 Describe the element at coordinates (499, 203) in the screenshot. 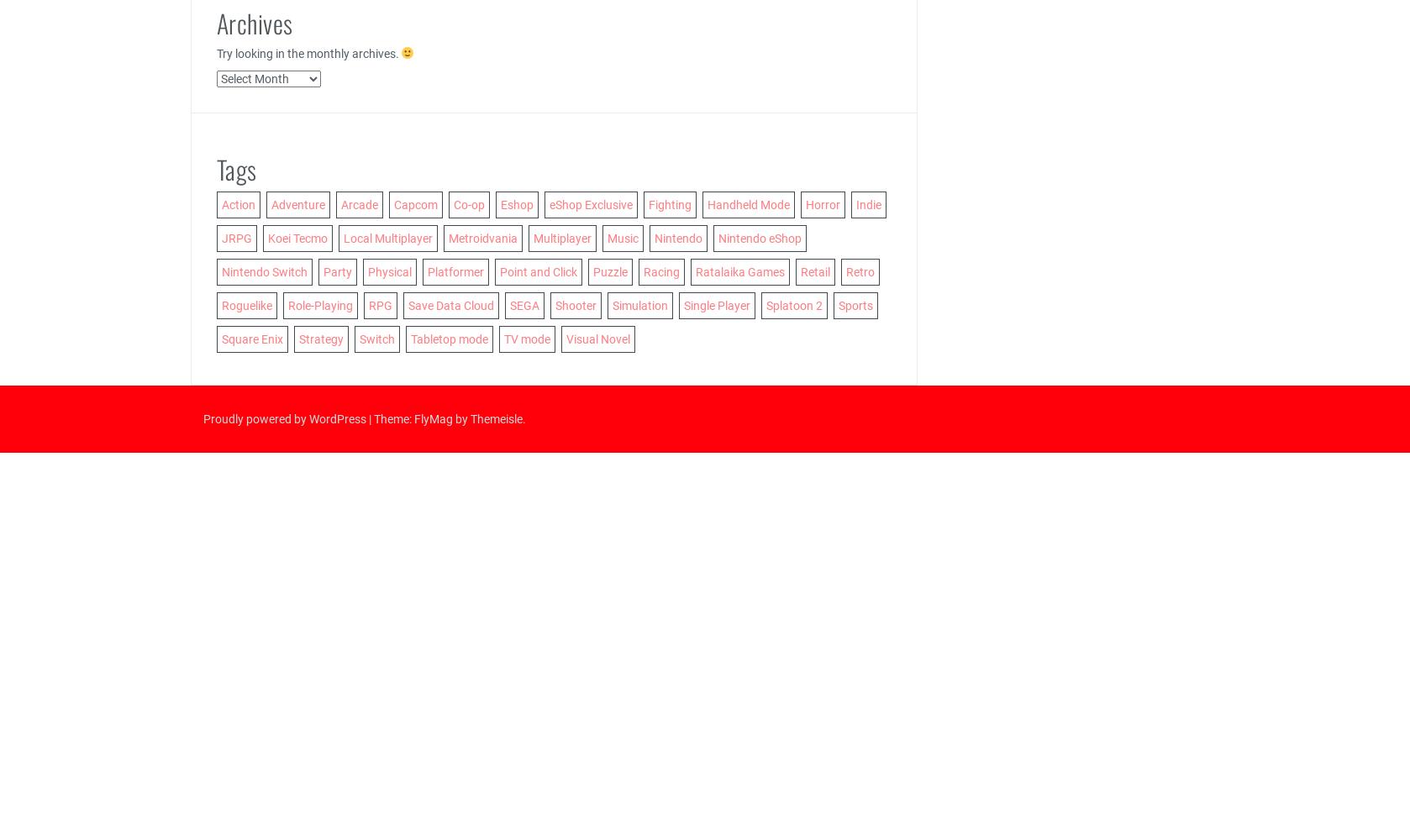

I see `'Eshop'` at that location.